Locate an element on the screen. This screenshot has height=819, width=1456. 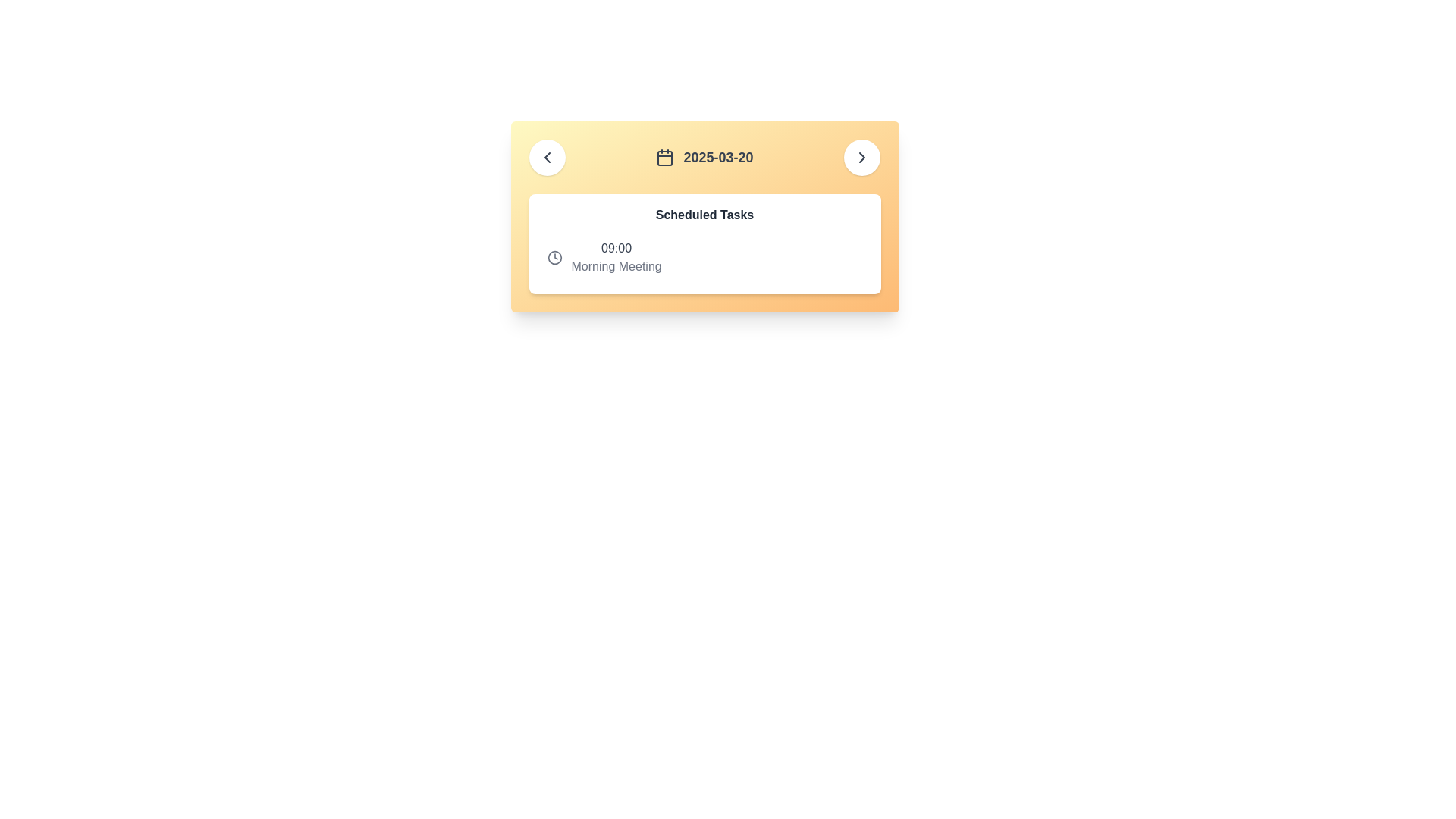
the circular button with a white background and a right-pointing chevron icon is located at coordinates (862, 158).